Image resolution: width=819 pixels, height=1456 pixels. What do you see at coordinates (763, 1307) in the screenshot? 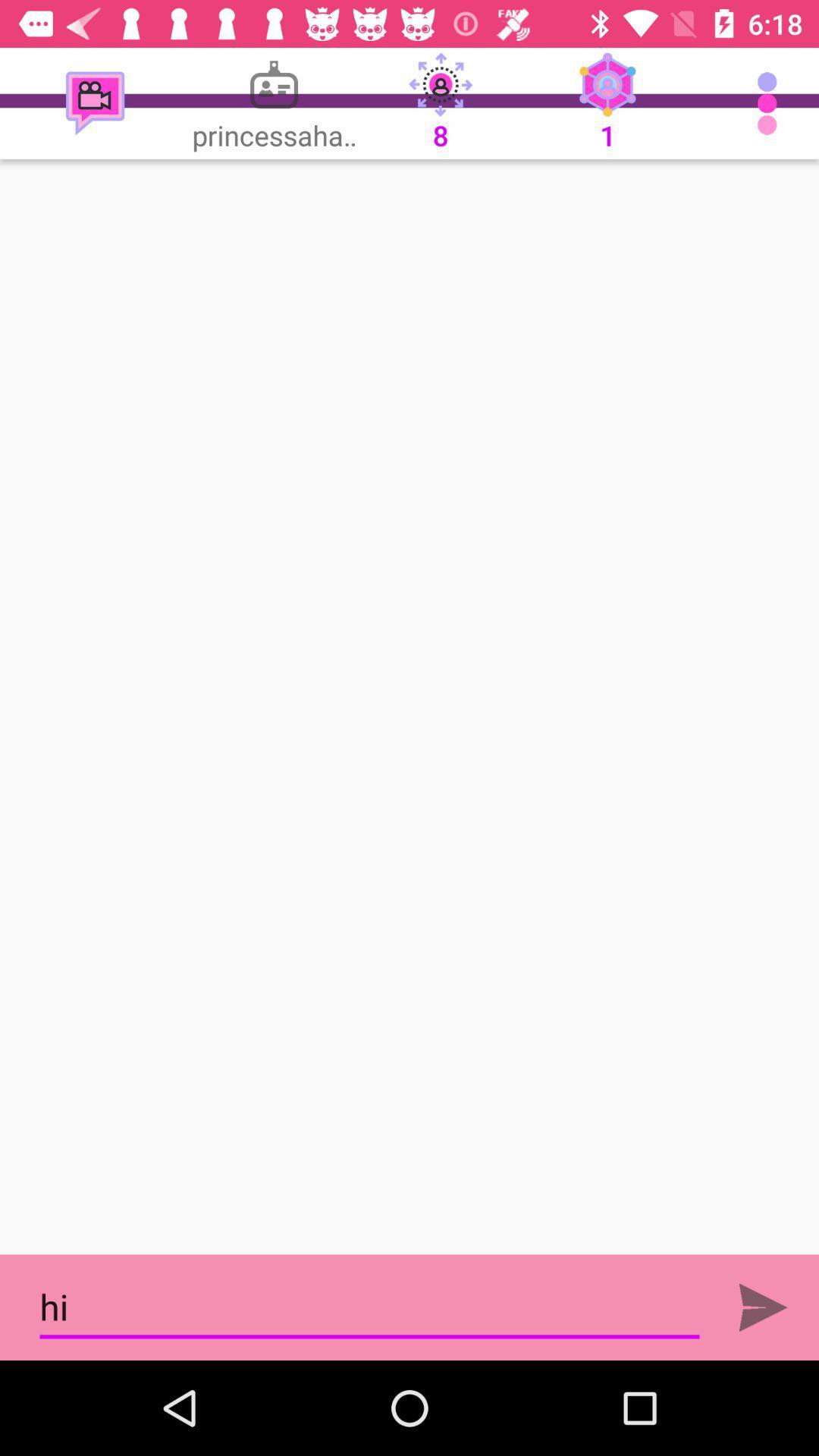
I see `send the message` at bounding box center [763, 1307].